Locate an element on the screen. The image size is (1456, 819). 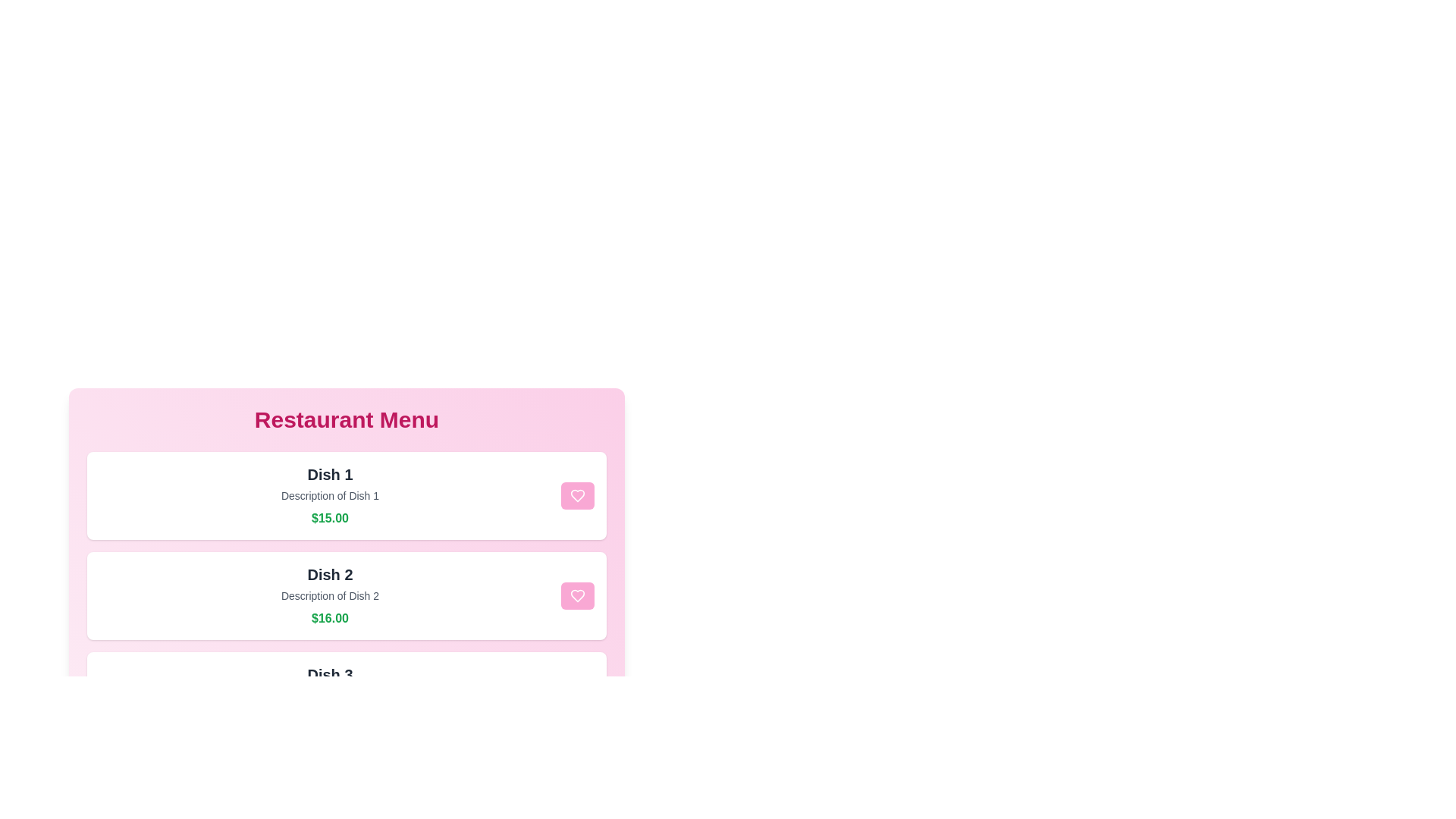
text content of the description located beneath 'Dish 1' and above '$15.00' is located at coordinates (329, 496).